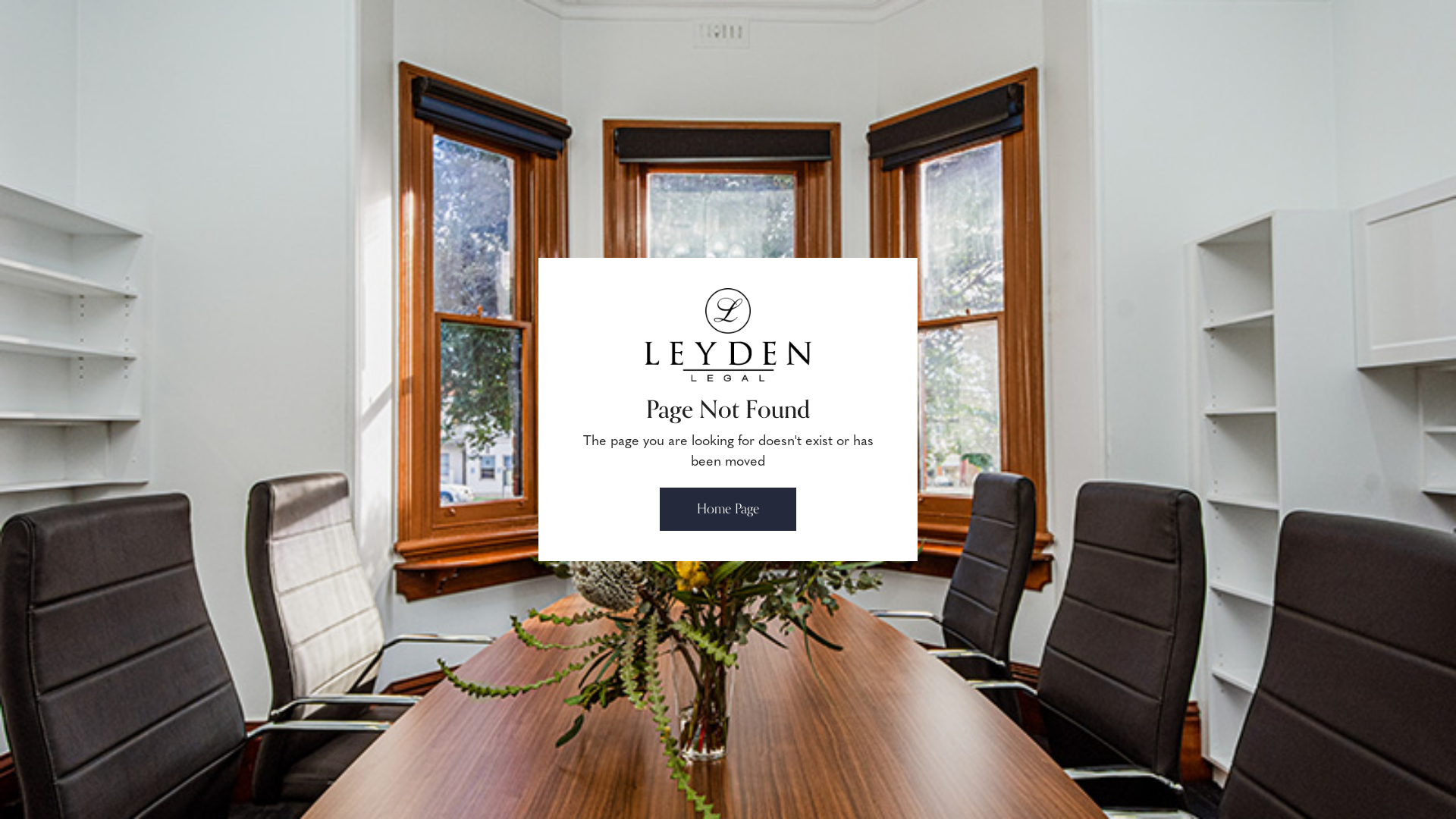  What do you see at coordinates (728, 509) in the screenshot?
I see `'Home Page'` at bounding box center [728, 509].